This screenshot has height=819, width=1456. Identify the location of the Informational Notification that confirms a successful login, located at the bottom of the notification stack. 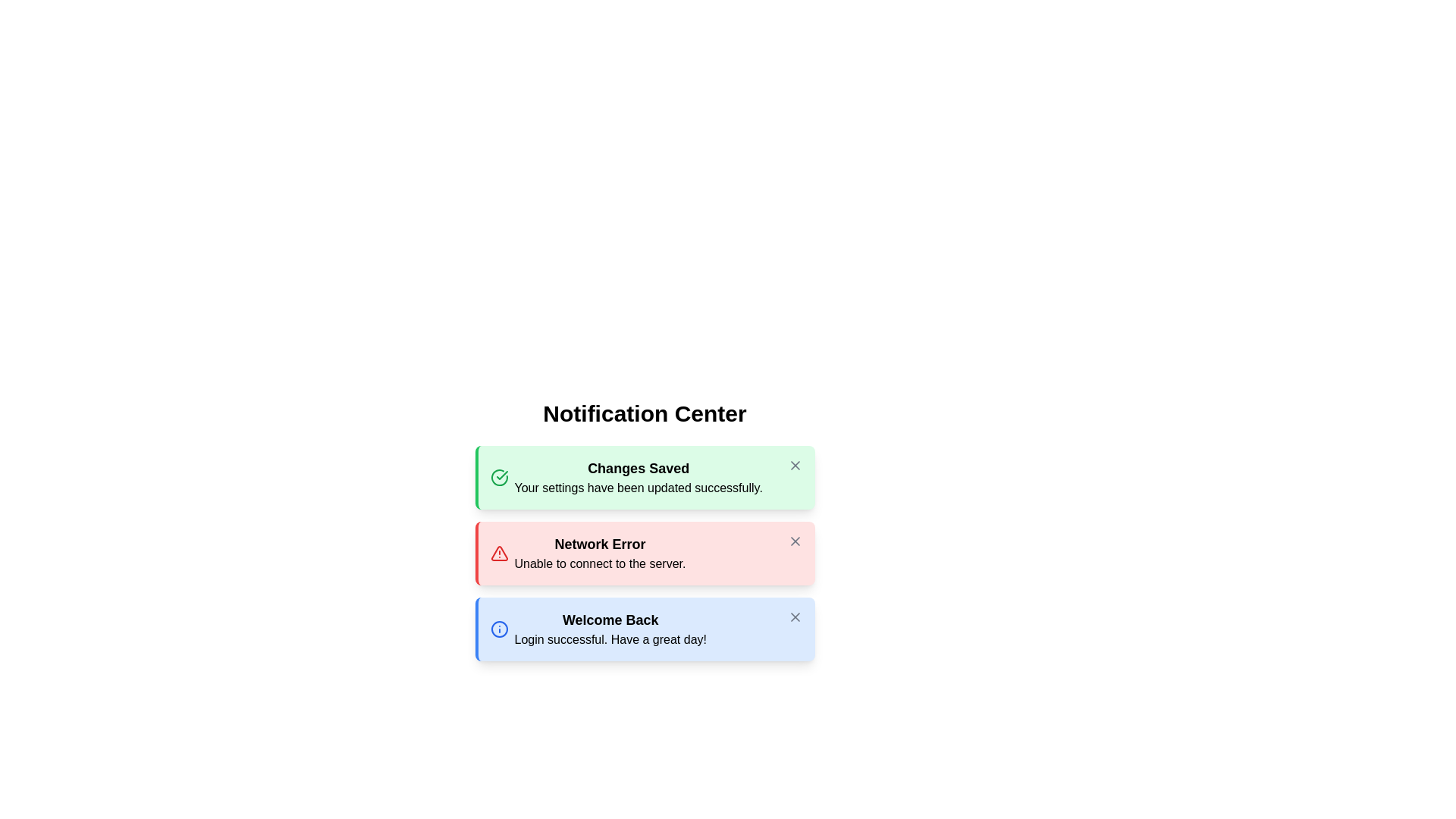
(598, 629).